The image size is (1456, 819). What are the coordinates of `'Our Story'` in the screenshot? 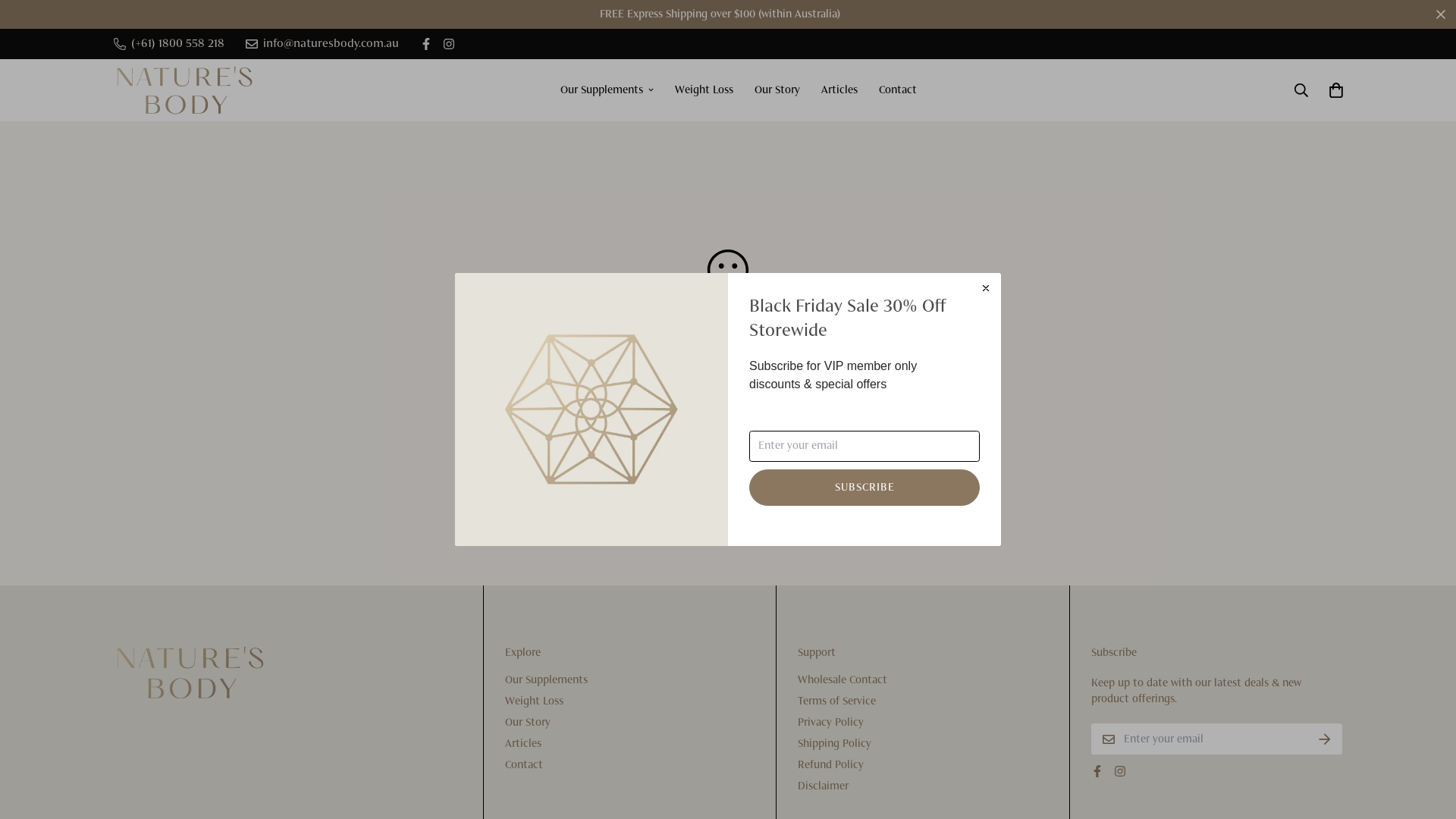 It's located at (528, 721).